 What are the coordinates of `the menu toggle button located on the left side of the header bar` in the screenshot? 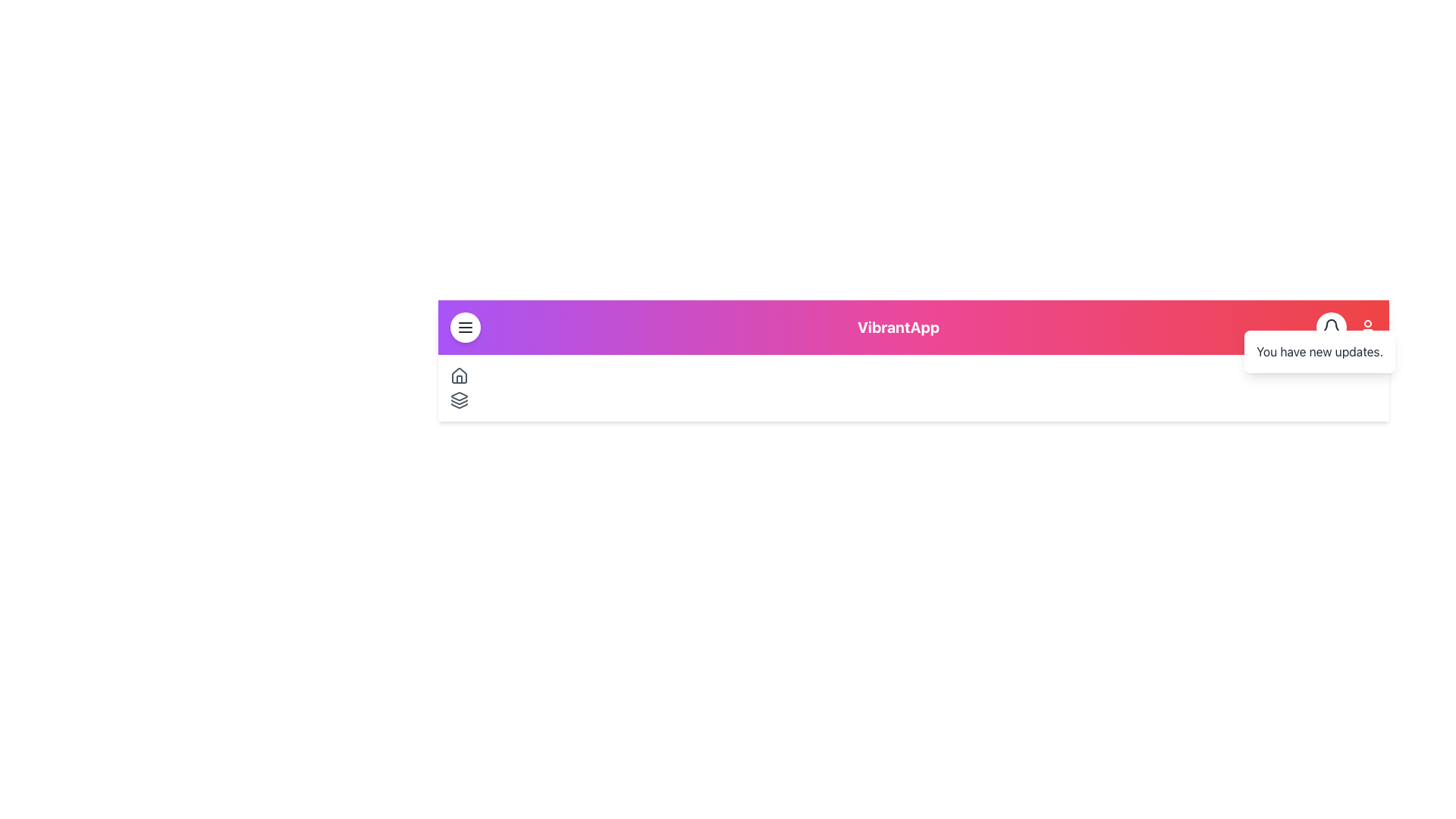 It's located at (465, 327).